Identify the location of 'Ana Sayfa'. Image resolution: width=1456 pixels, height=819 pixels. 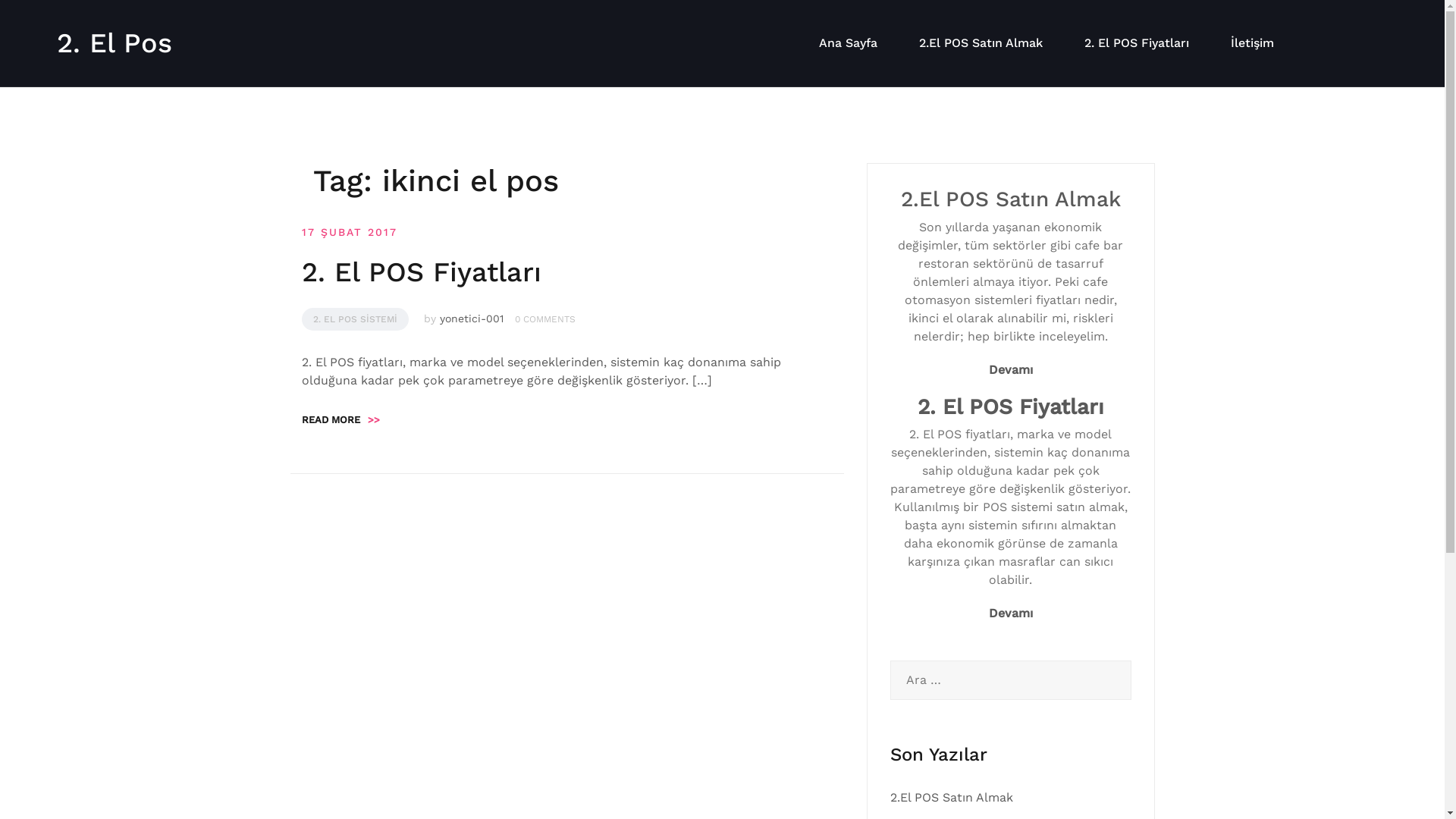
(847, 42).